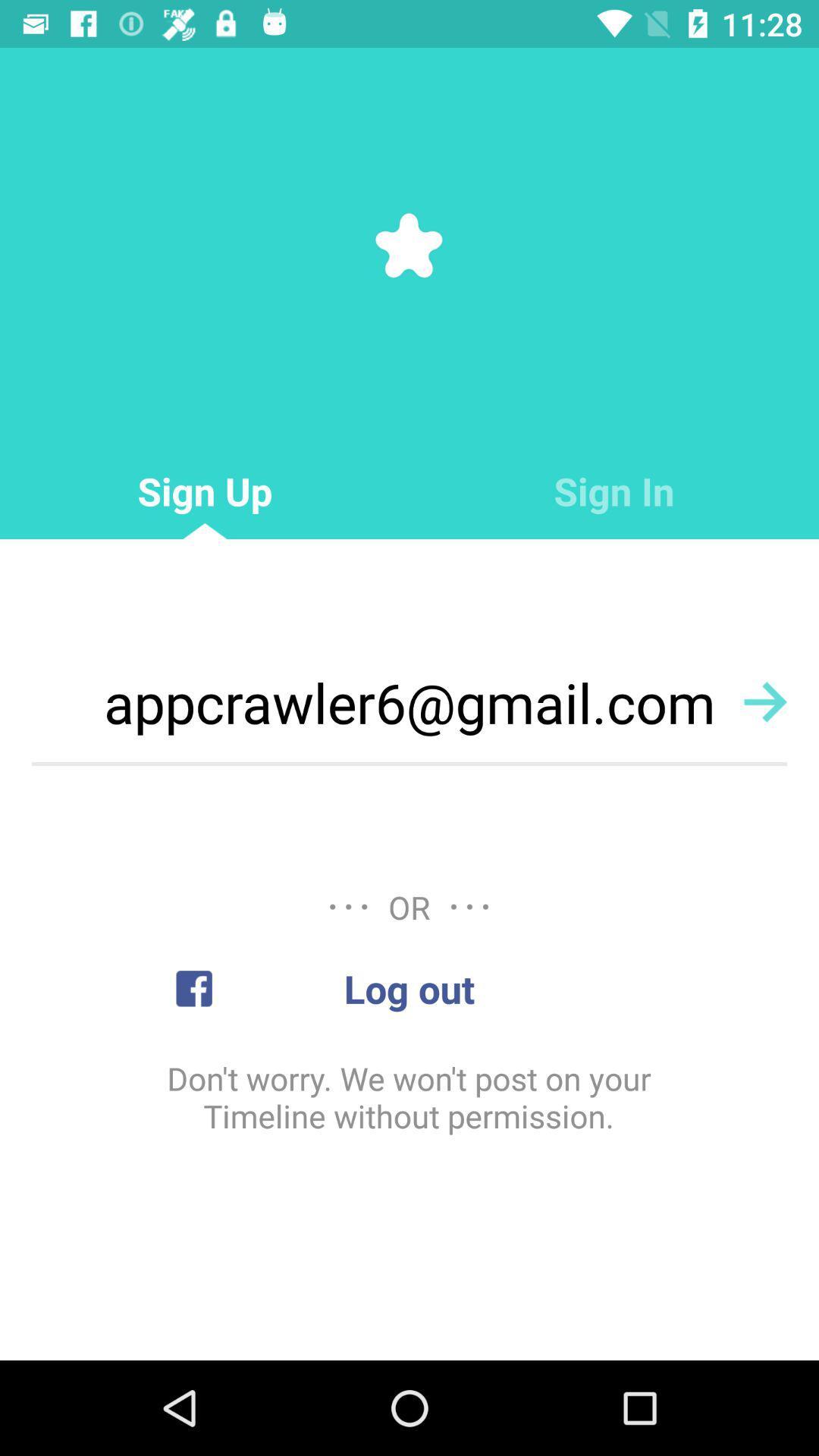 This screenshot has height=1456, width=819. I want to click on log out item, so click(409, 988).